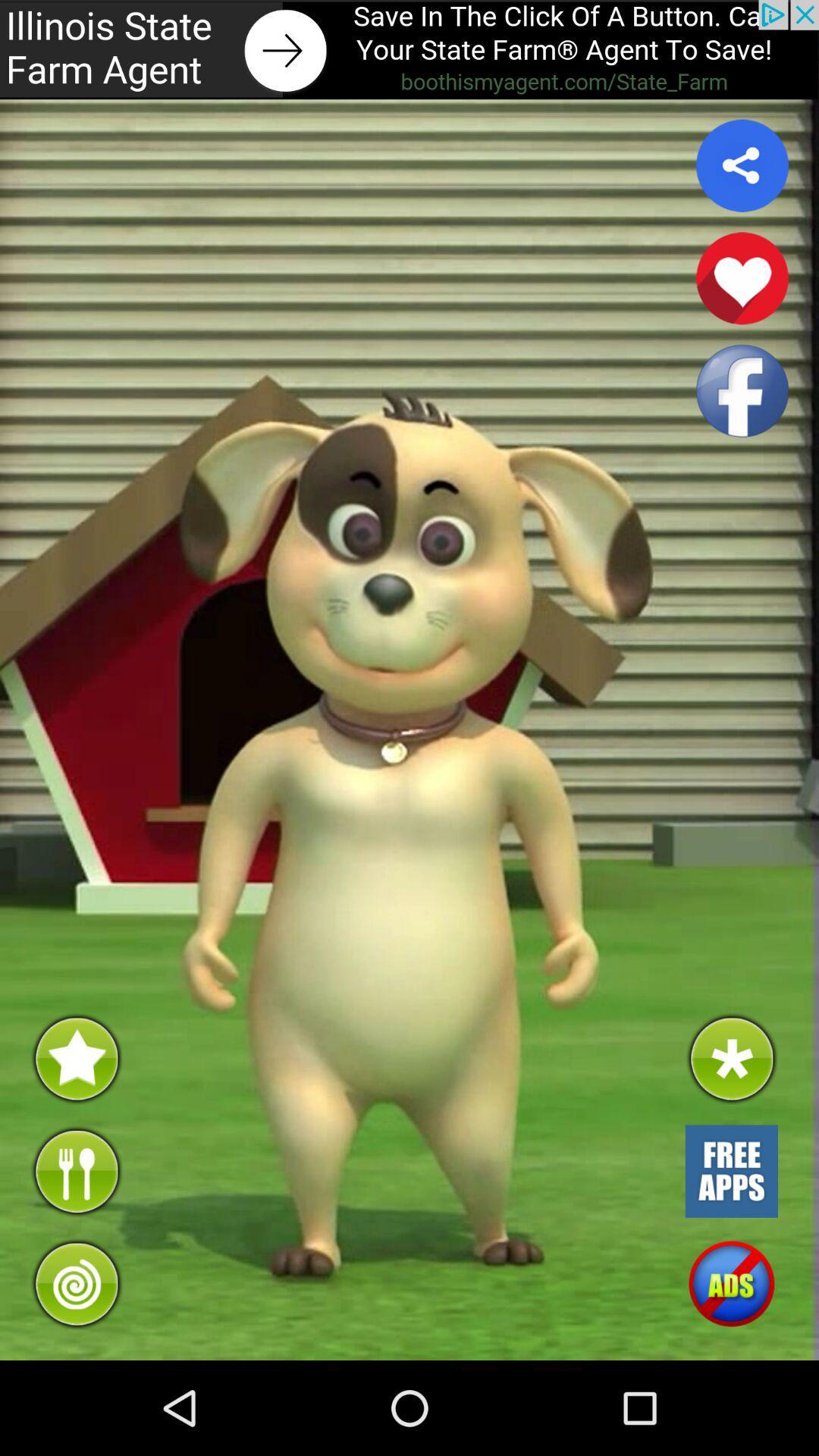 The image size is (819, 1456). What do you see at coordinates (730, 1170) in the screenshot?
I see `advertising` at bounding box center [730, 1170].